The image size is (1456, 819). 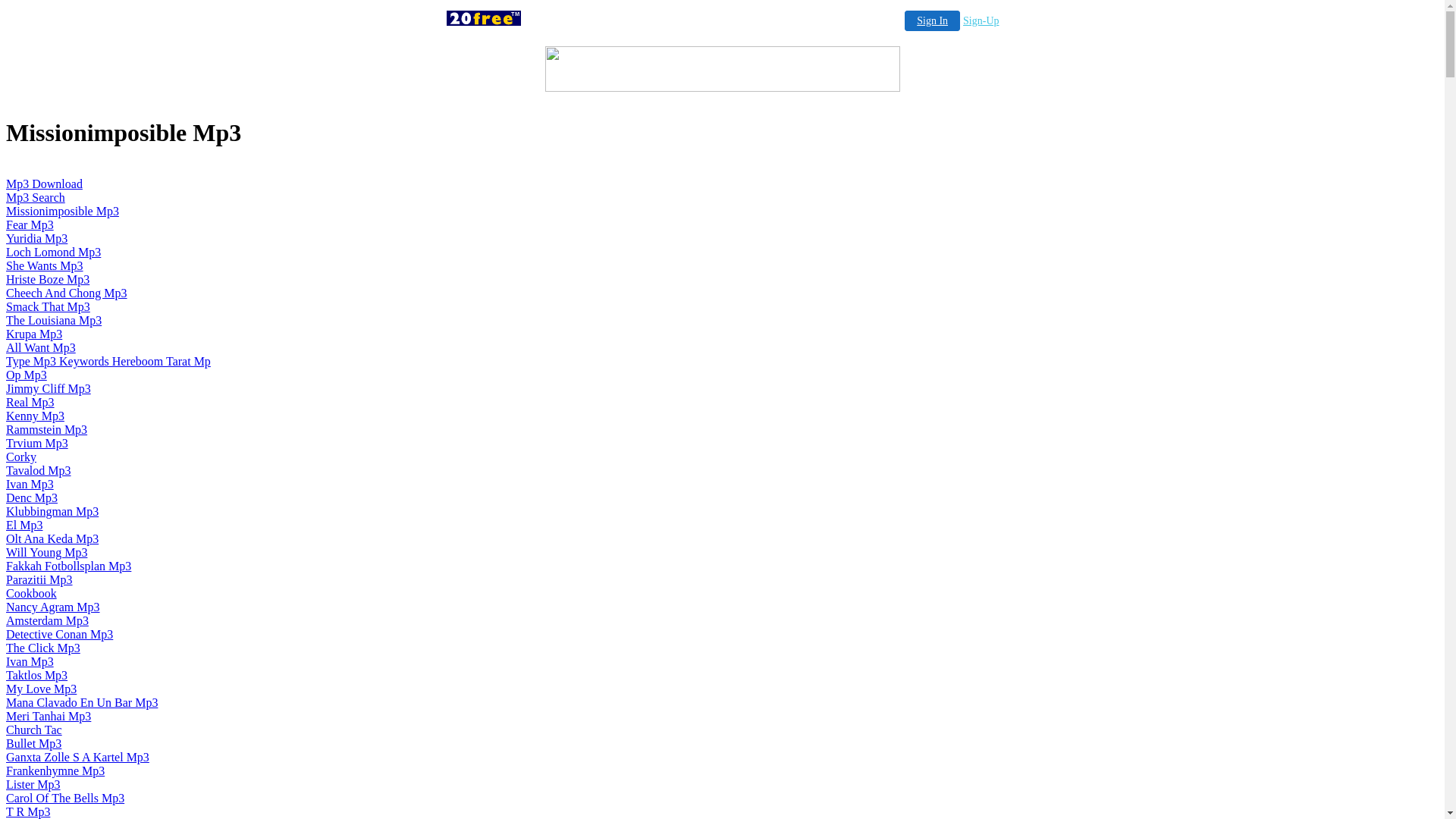 What do you see at coordinates (36, 674) in the screenshot?
I see `'Taktlos Mp3'` at bounding box center [36, 674].